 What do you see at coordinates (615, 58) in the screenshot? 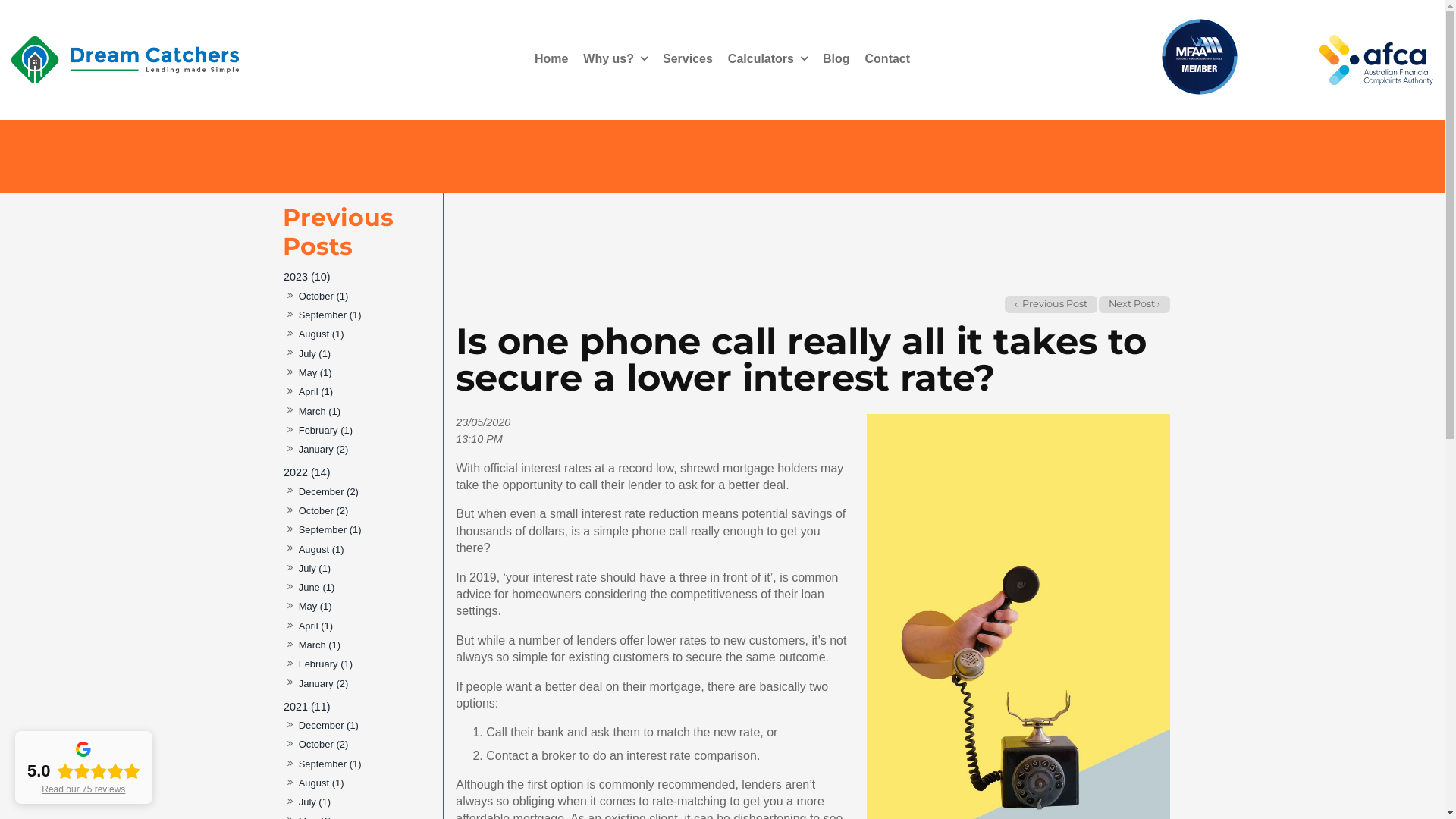
I see `'Why us?'` at bounding box center [615, 58].